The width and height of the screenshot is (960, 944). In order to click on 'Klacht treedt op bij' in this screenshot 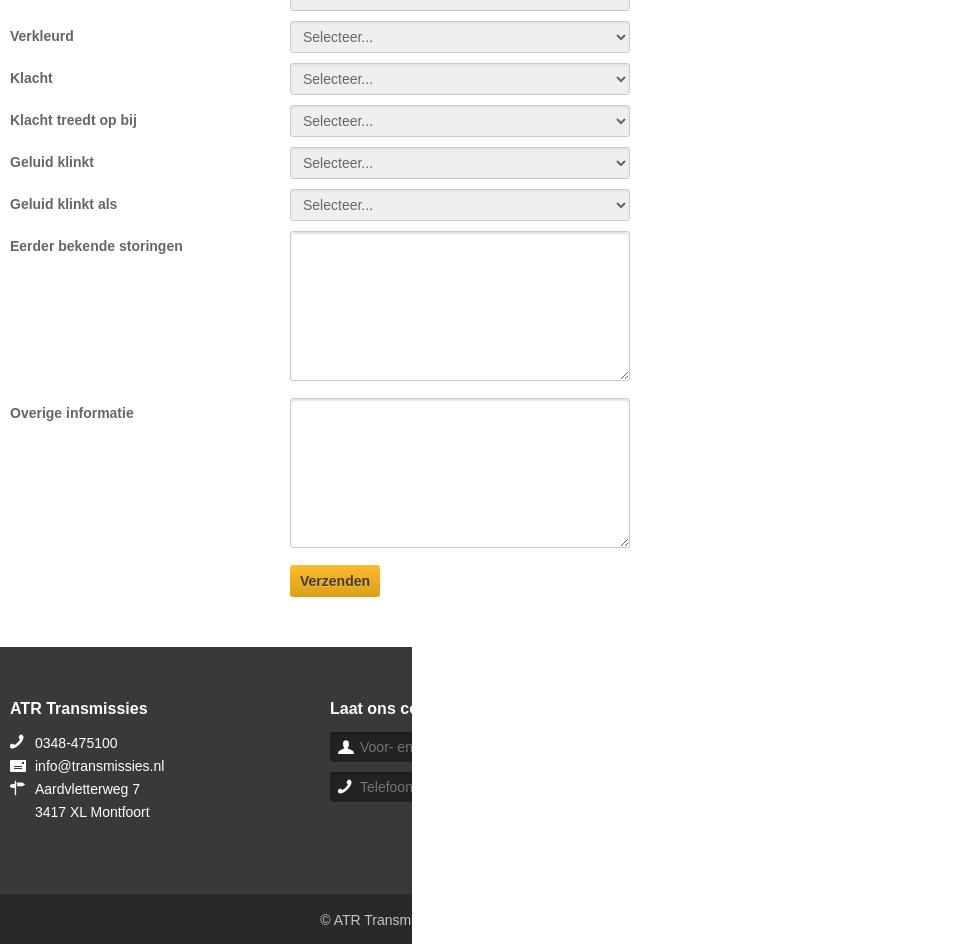, I will do `click(8, 119)`.